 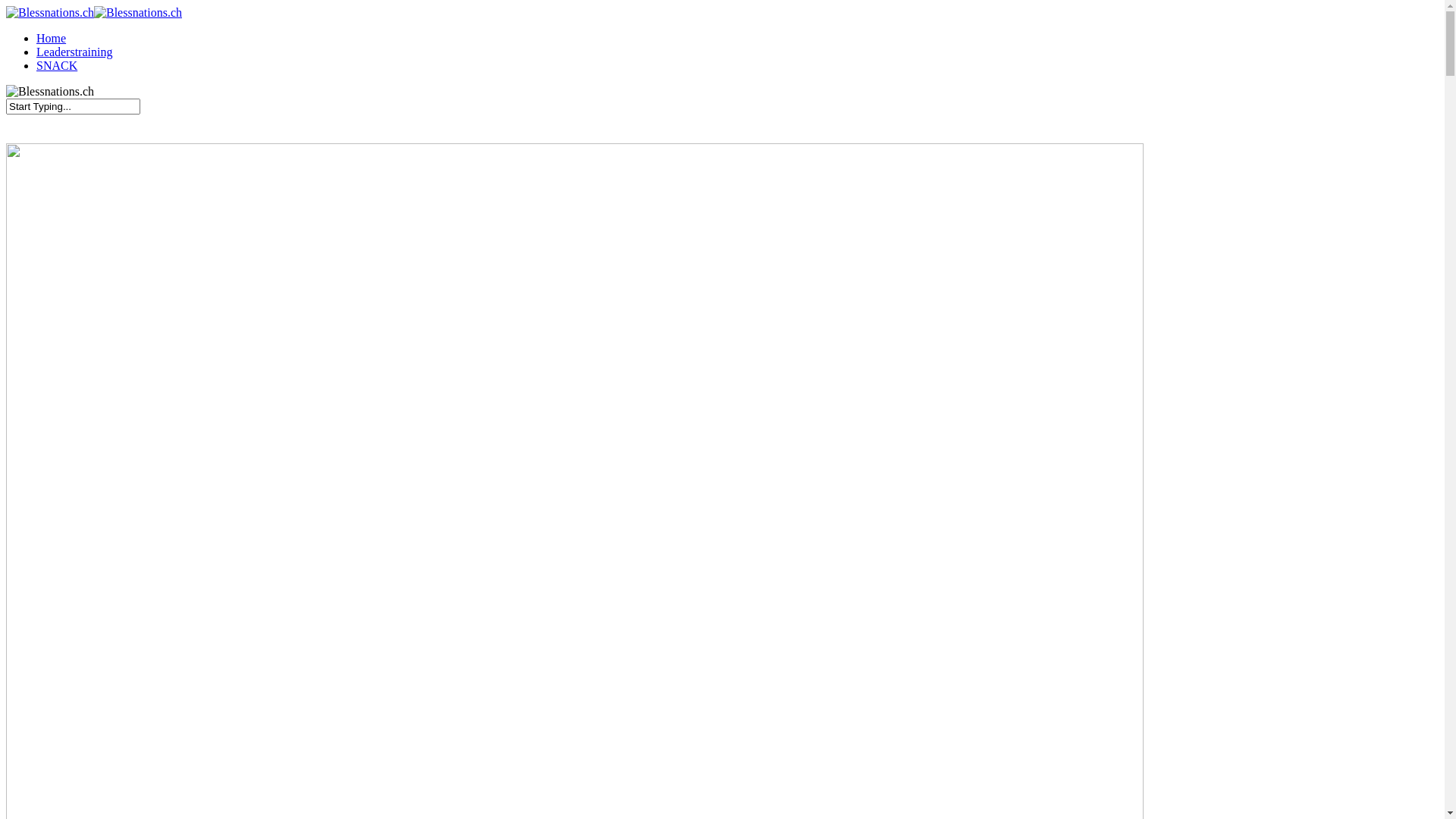 I want to click on 'Home', so click(x=51, y=37).